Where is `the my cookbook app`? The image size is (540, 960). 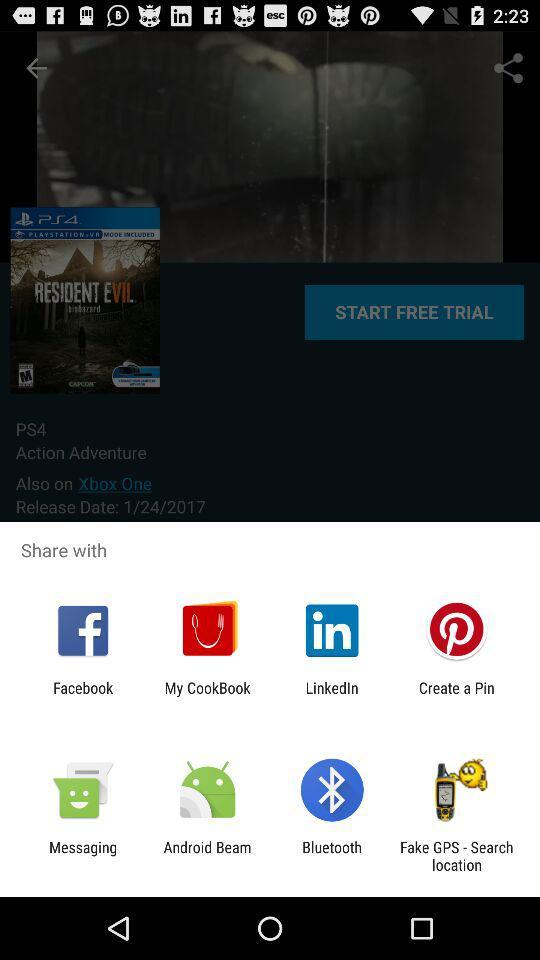 the my cookbook app is located at coordinates (206, 696).